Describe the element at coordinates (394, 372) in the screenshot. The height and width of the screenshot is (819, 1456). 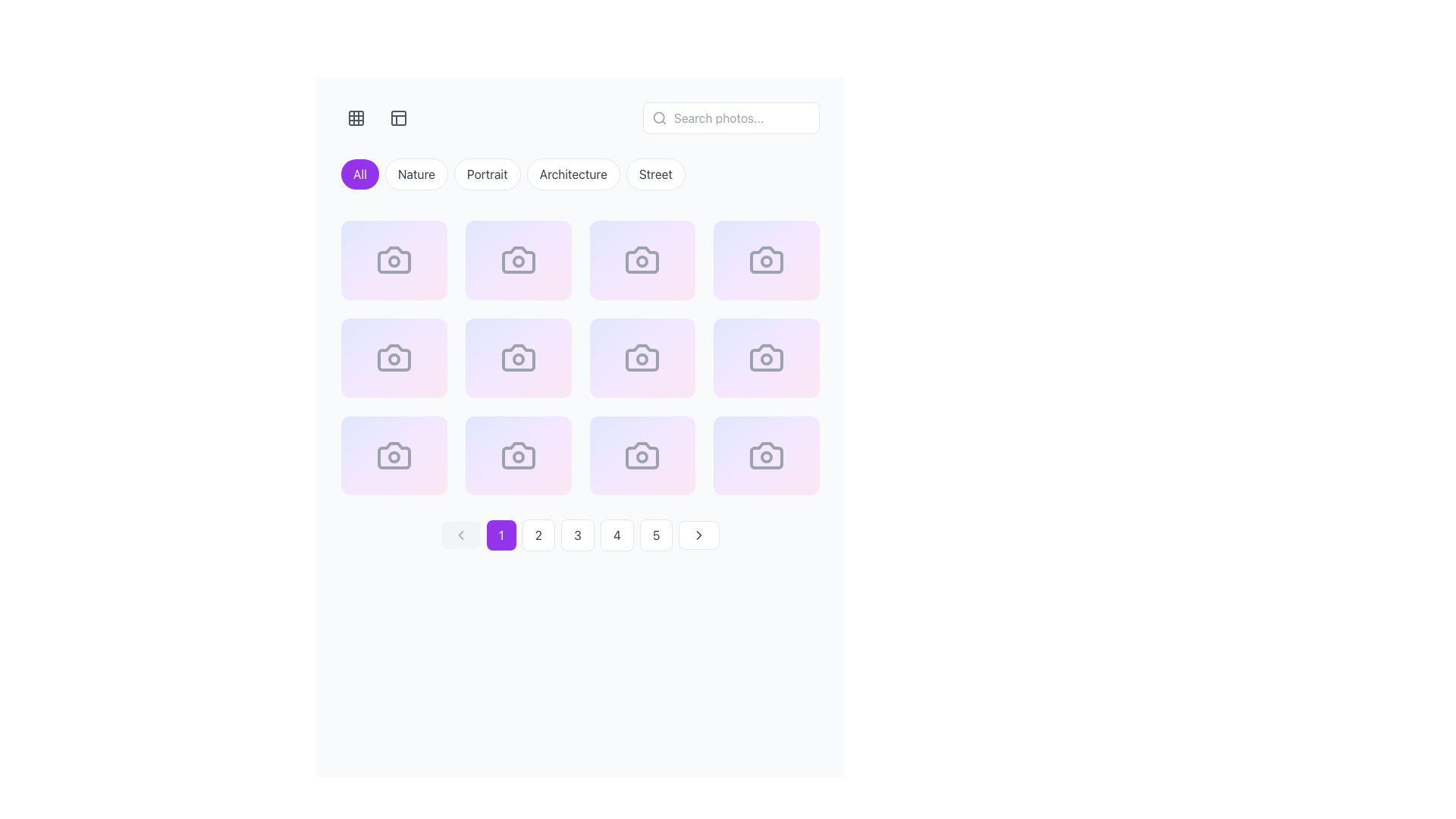
I see `the second button in the horizontally aligned row of action buttons beneath 'Photograph #5'` at that location.